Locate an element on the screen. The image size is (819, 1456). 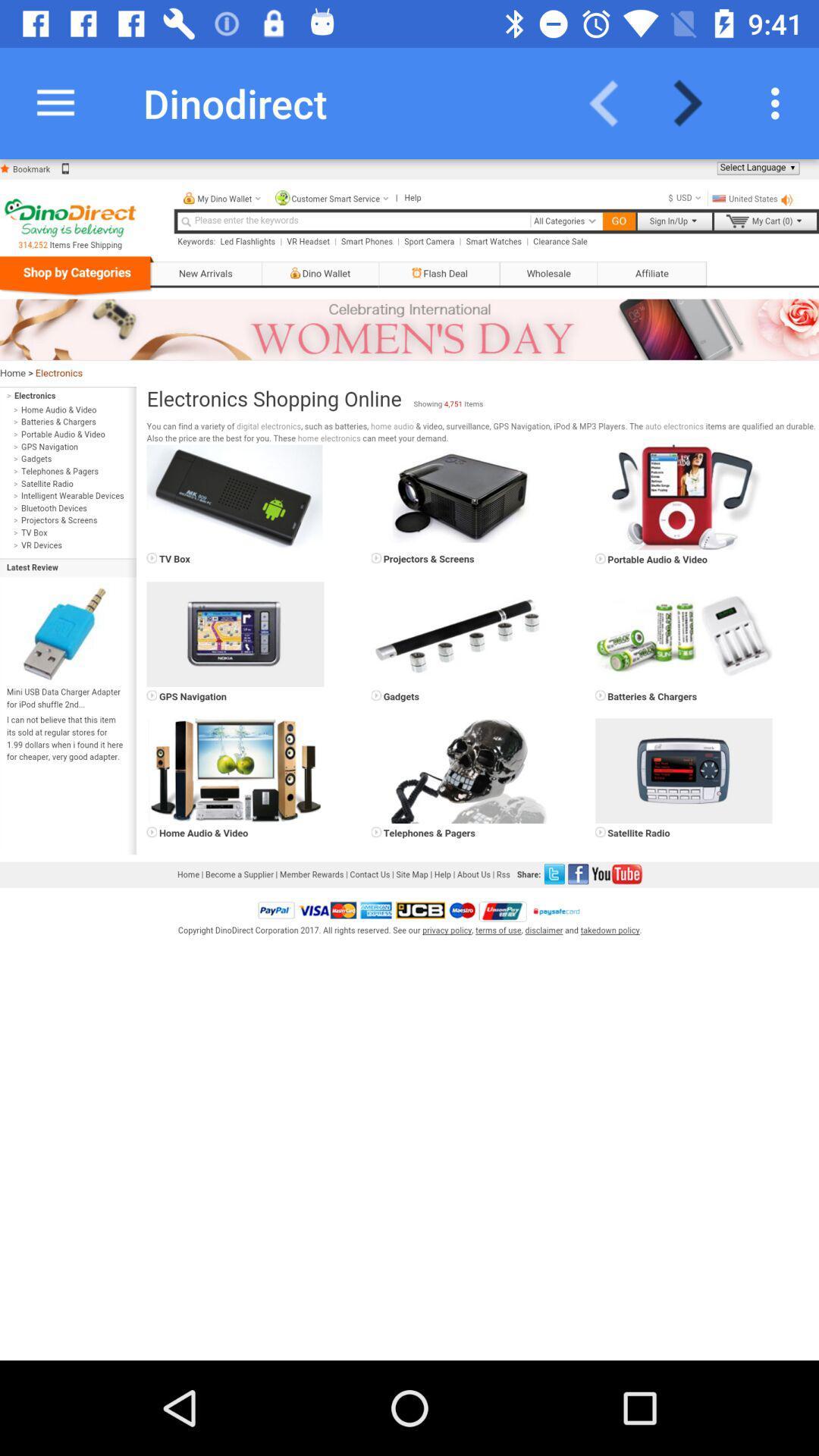
go forward is located at coordinates (697, 102).